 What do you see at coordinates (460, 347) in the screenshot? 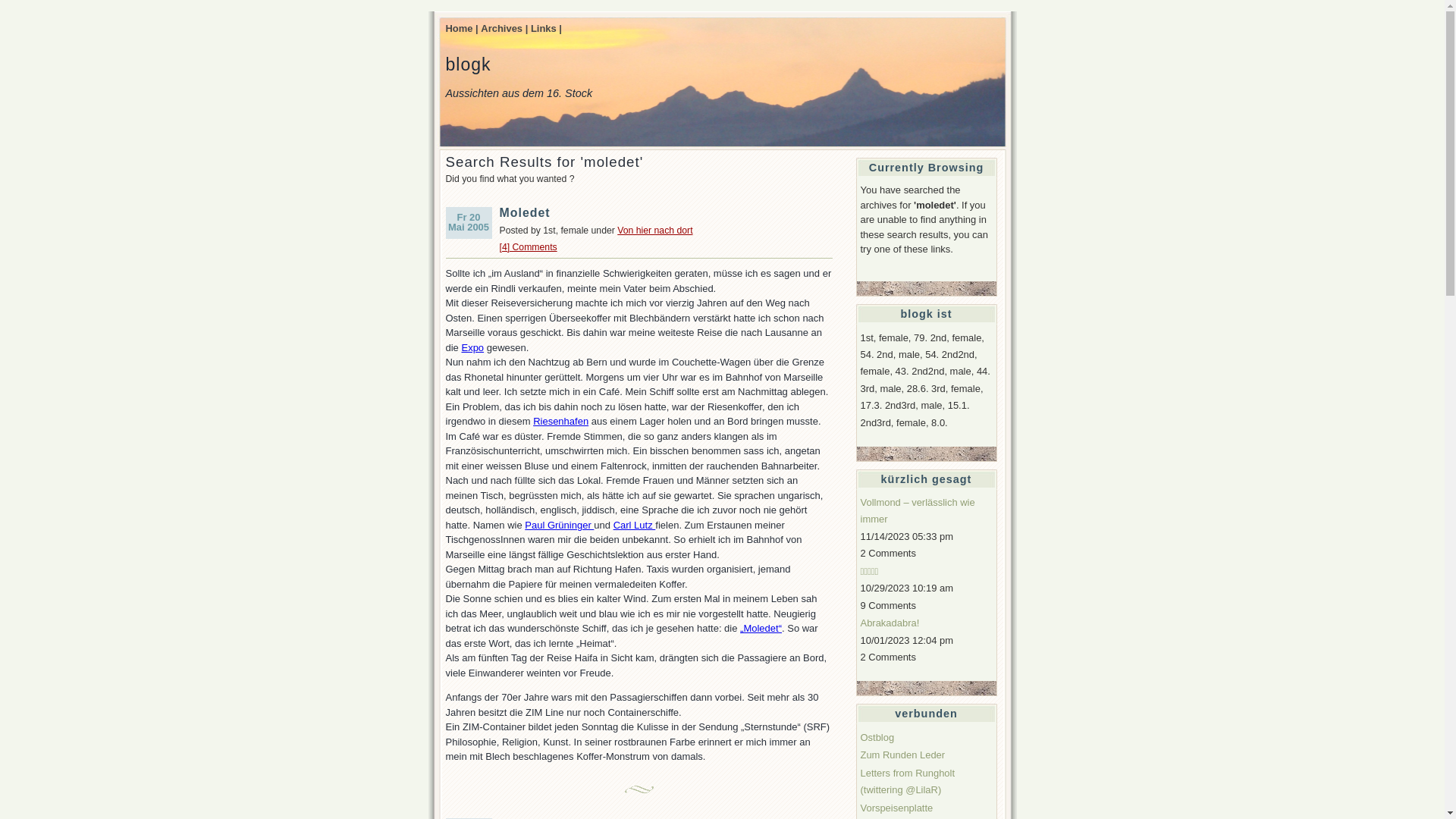
I see `'Expo'` at bounding box center [460, 347].